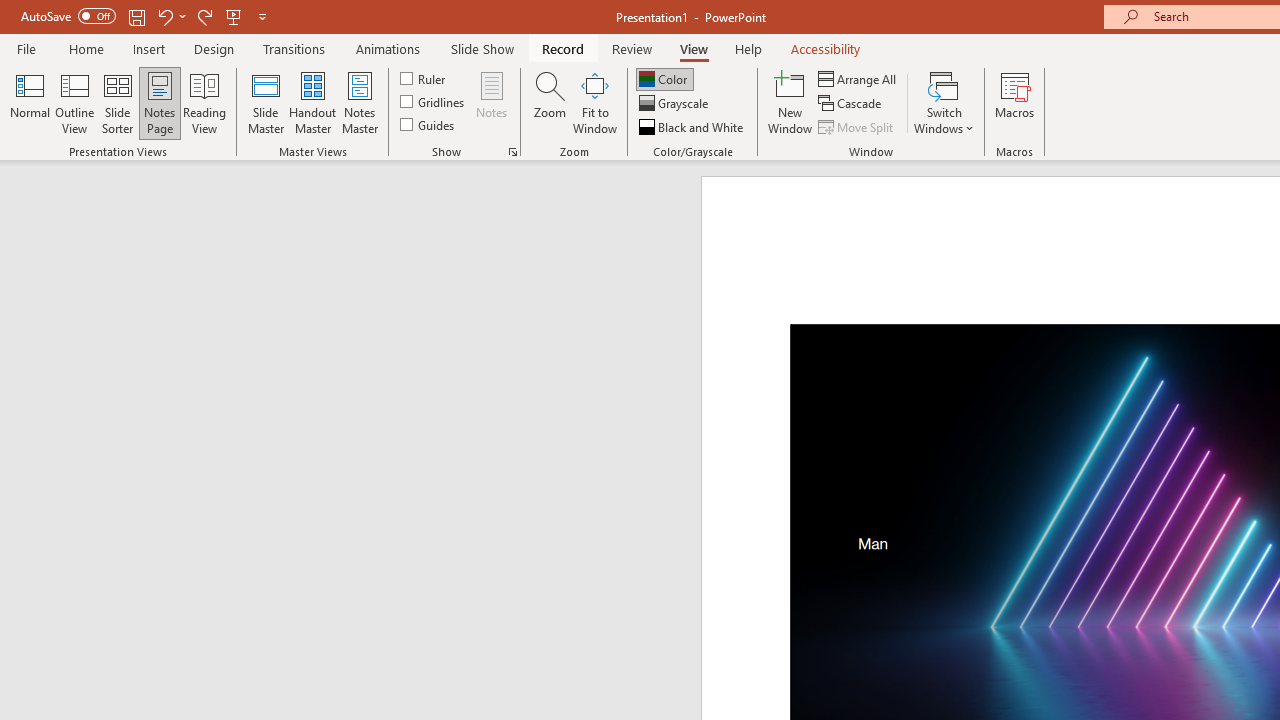  What do you see at coordinates (74, 103) in the screenshot?
I see `'Outline View'` at bounding box center [74, 103].